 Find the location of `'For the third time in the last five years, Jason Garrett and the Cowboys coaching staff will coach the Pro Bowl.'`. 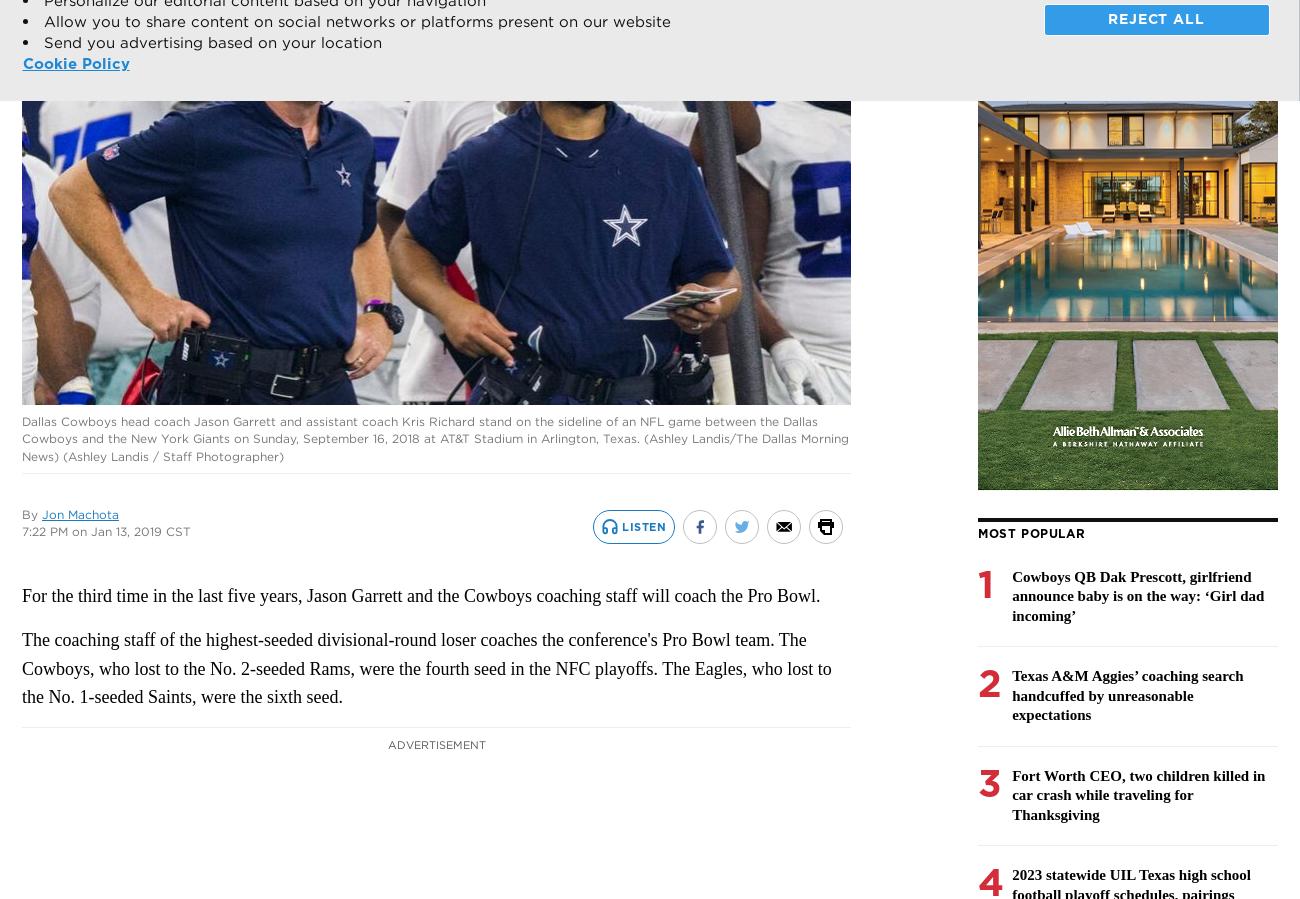

'For the third time in the last five years, Jason Garrett and the Cowboys coaching staff will coach the Pro Bowl.' is located at coordinates (20, 596).